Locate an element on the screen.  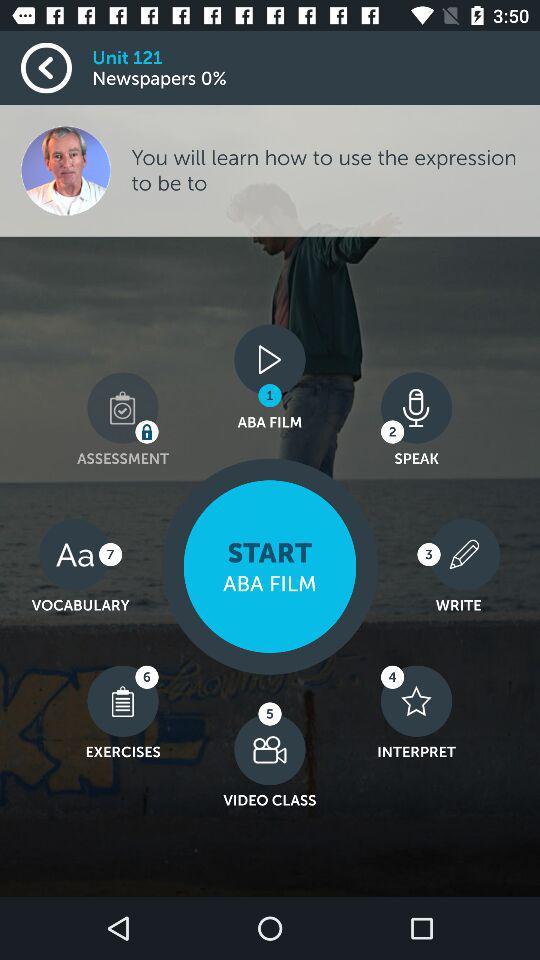
the image which is below the newspapers 0 is located at coordinates (65, 169).